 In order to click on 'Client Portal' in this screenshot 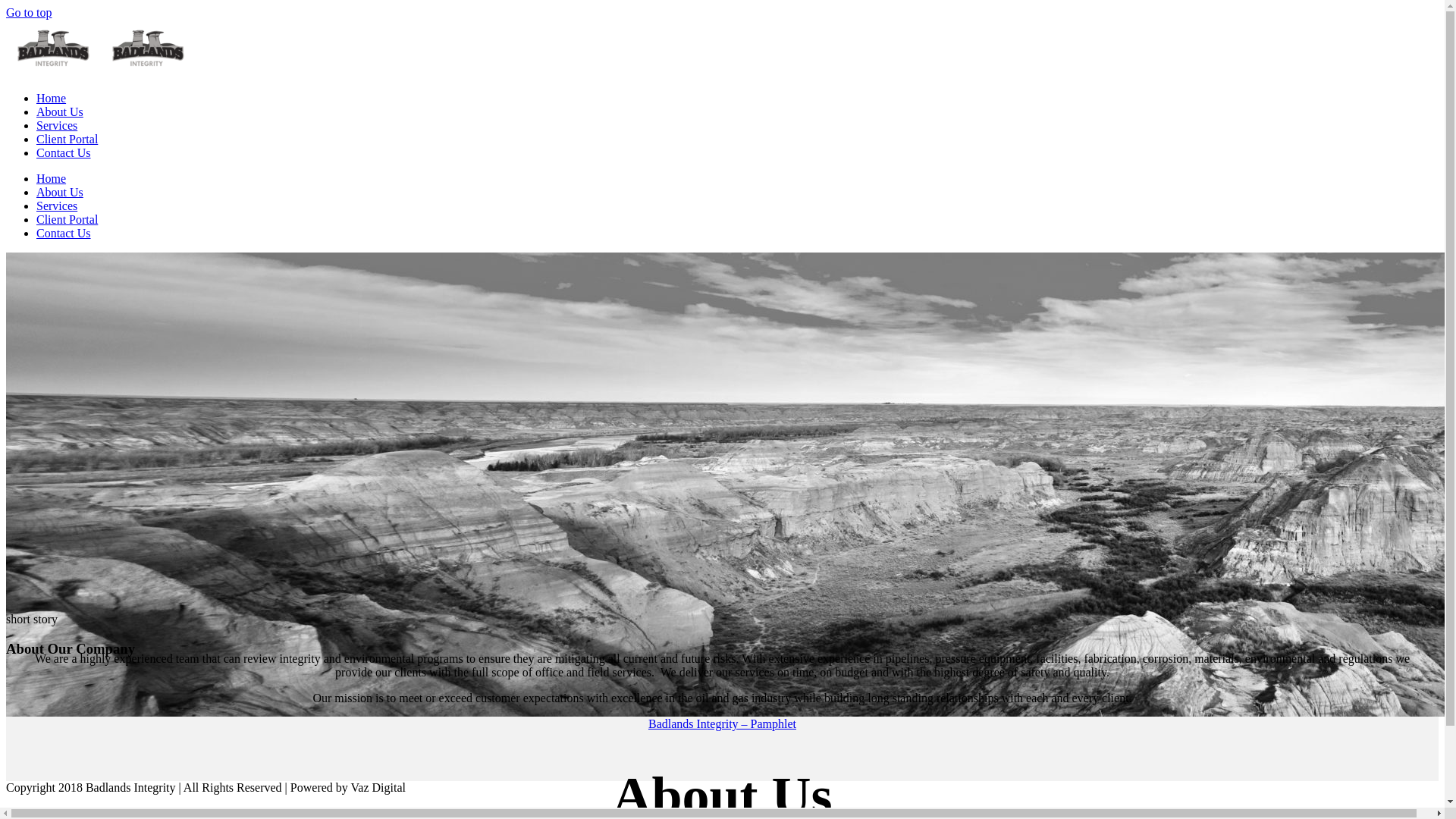, I will do `click(66, 139)`.